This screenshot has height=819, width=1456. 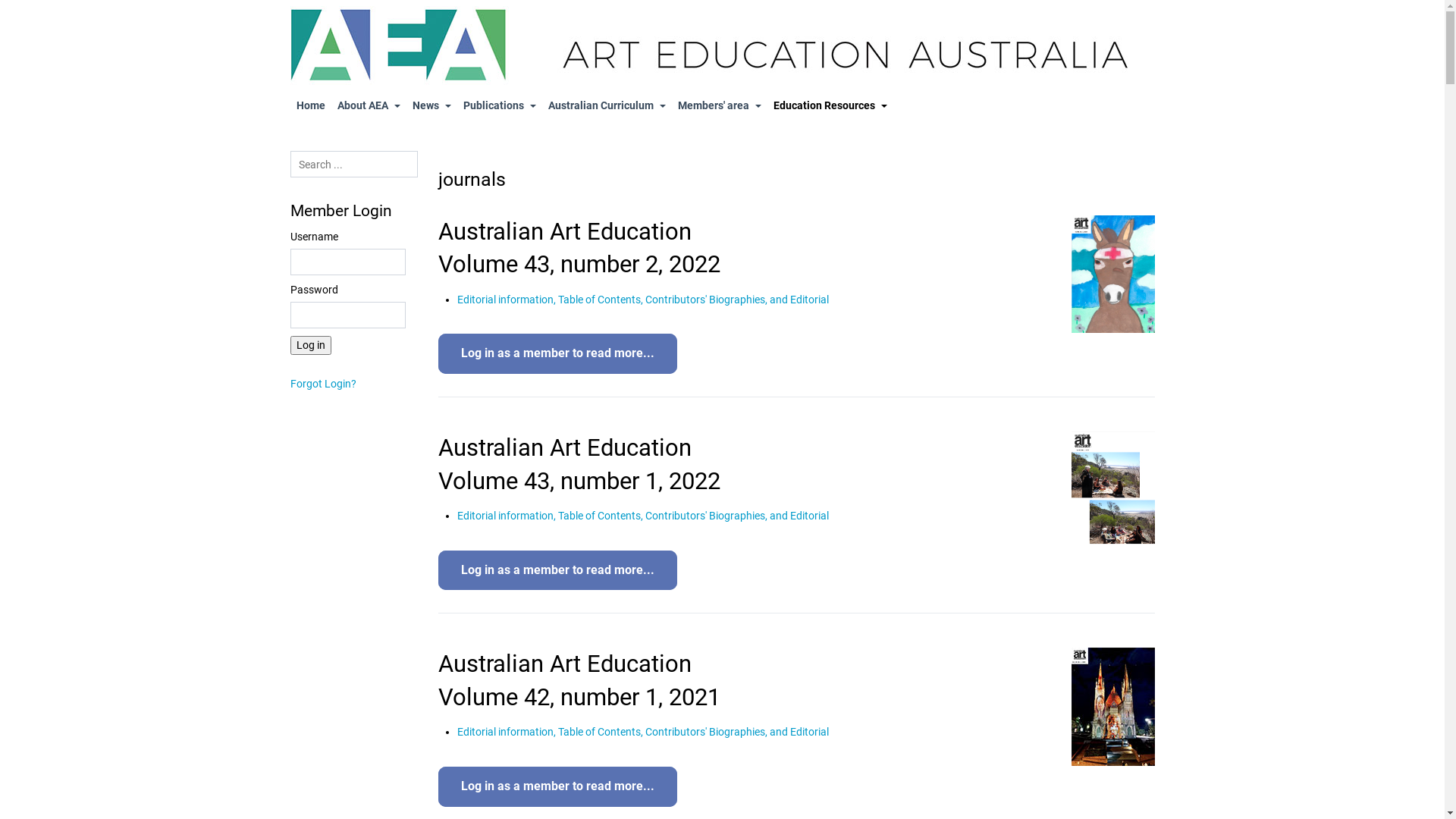 What do you see at coordinates (368, 105) in the screenshot?
I see `'About AEA'` at bounding box center [368, 105].